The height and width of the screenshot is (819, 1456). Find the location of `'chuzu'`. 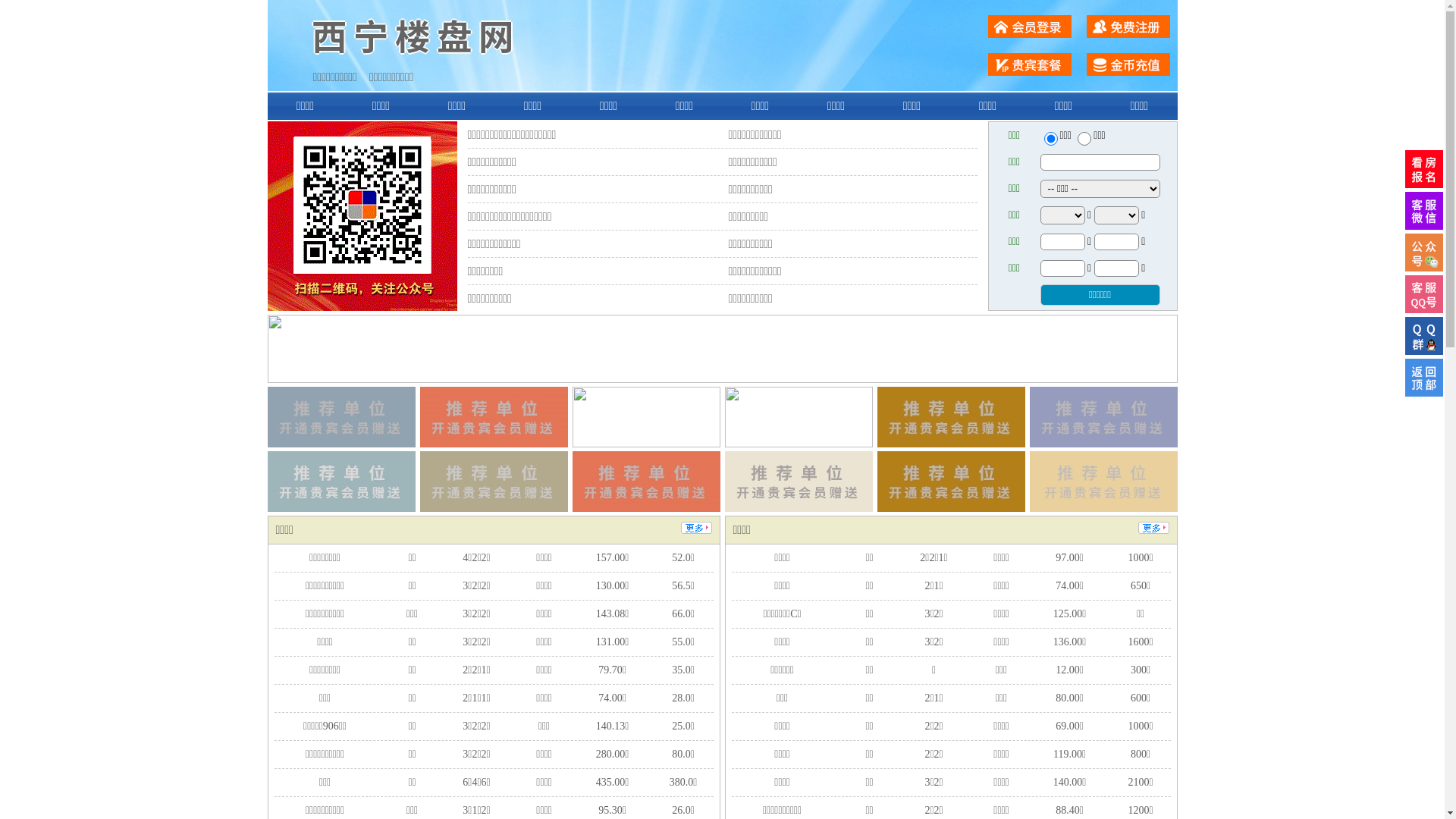

'chuzu' is located at coordinates (1084, 138).